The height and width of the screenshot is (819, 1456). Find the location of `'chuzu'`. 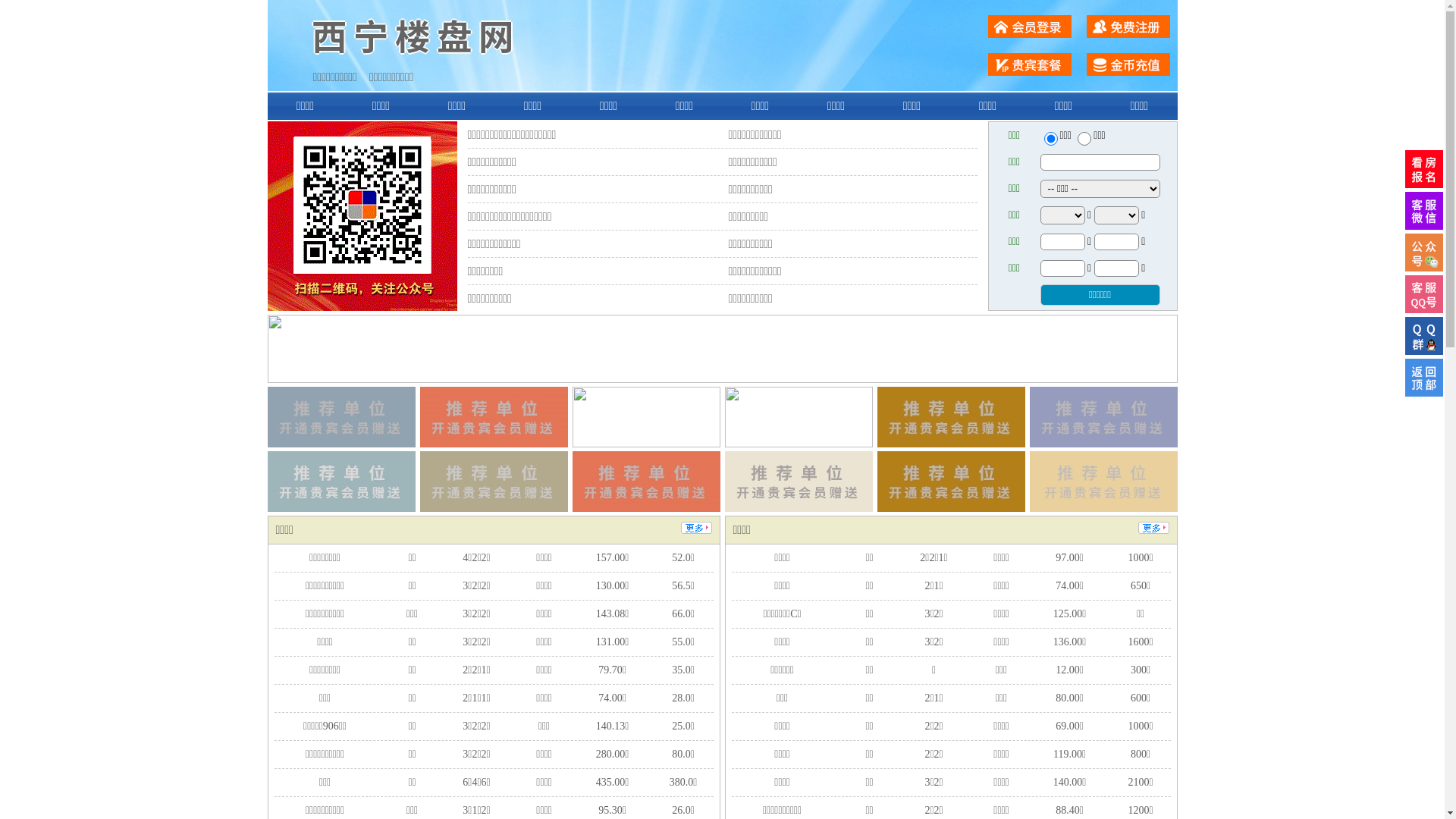

'chuzu' is located at coordinates (1084, 138).